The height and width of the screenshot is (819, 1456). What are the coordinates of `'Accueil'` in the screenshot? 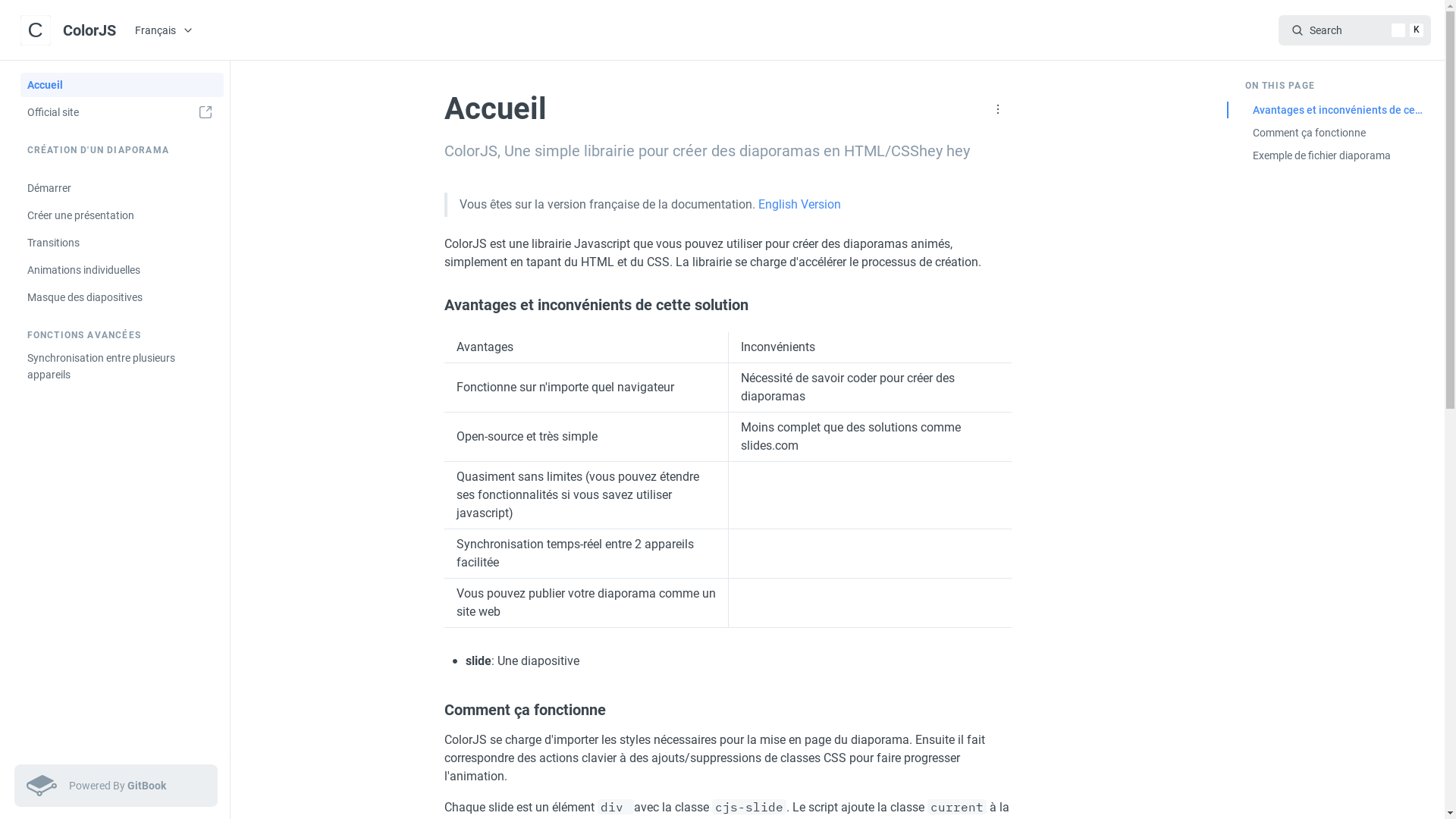 It's located at (120, 84).